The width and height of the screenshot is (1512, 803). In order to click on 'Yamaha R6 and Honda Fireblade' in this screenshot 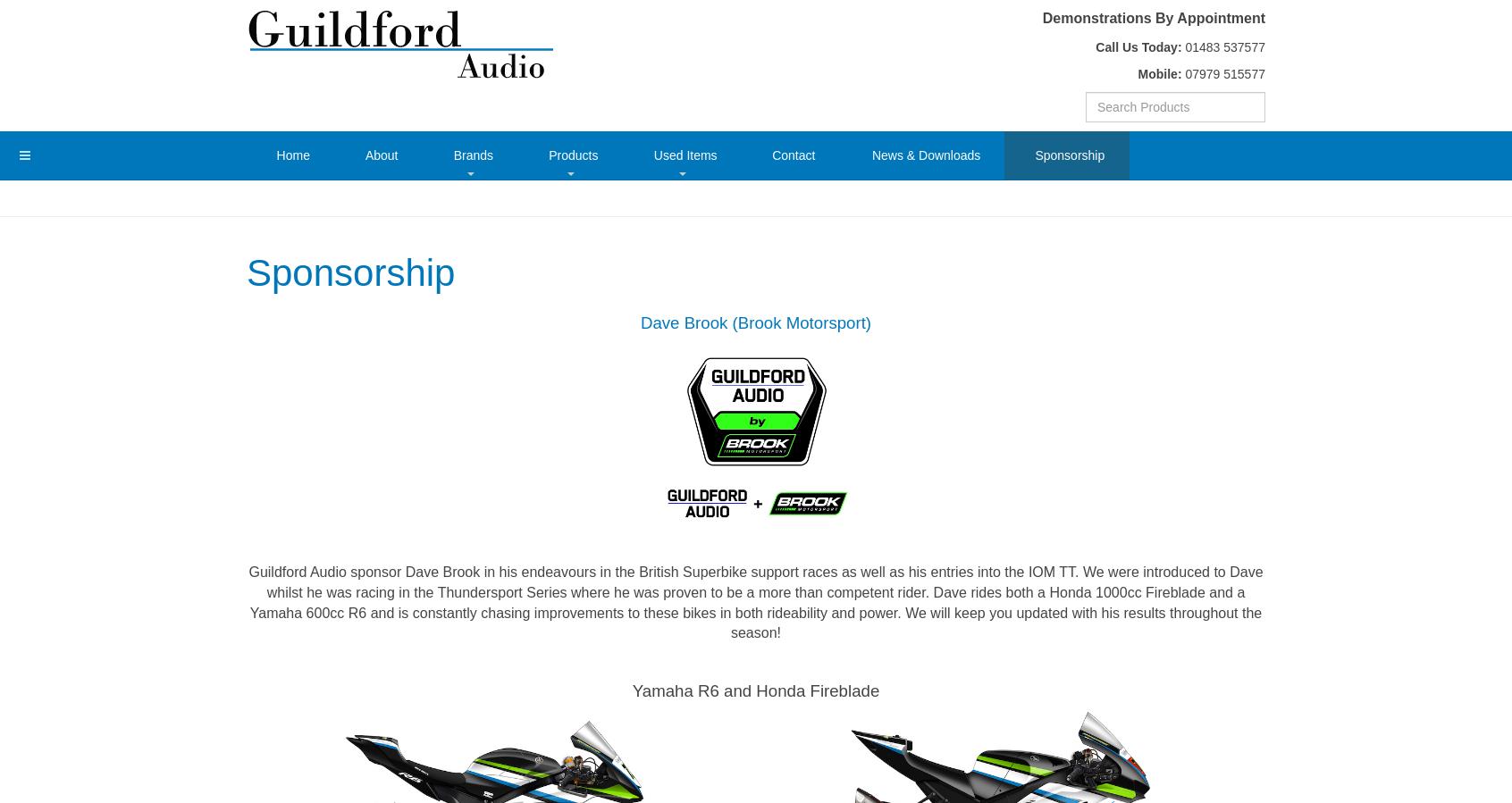, I will do `click(755, 690)`.